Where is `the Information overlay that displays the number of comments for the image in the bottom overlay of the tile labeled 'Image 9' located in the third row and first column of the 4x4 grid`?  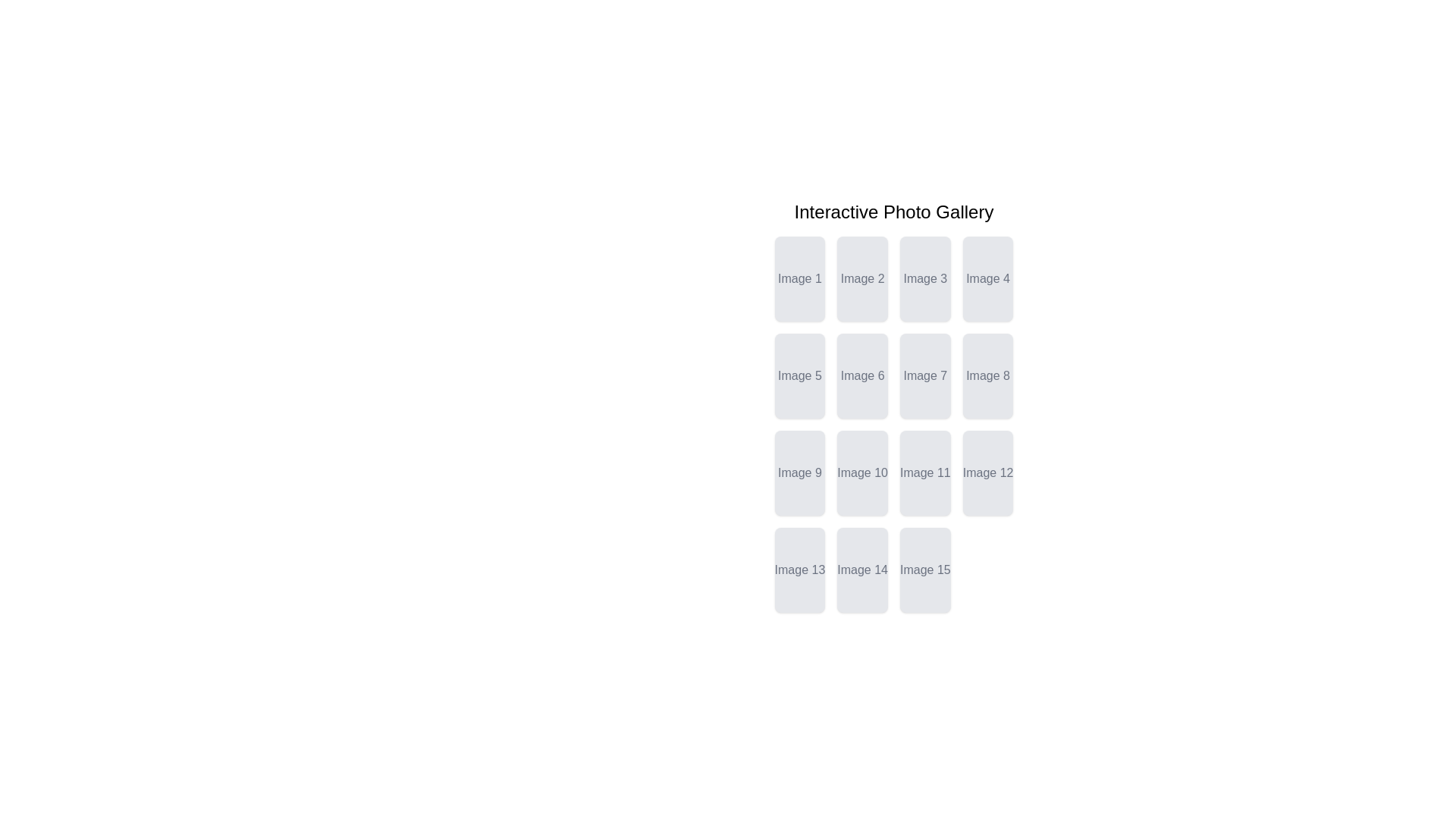
the Information overlay that displays the number of comments for the image in the bottom overlay of the tile labeled 'Image 9' located in the third row and first column of the 4x4 grid is located at coordinates (799, 485).